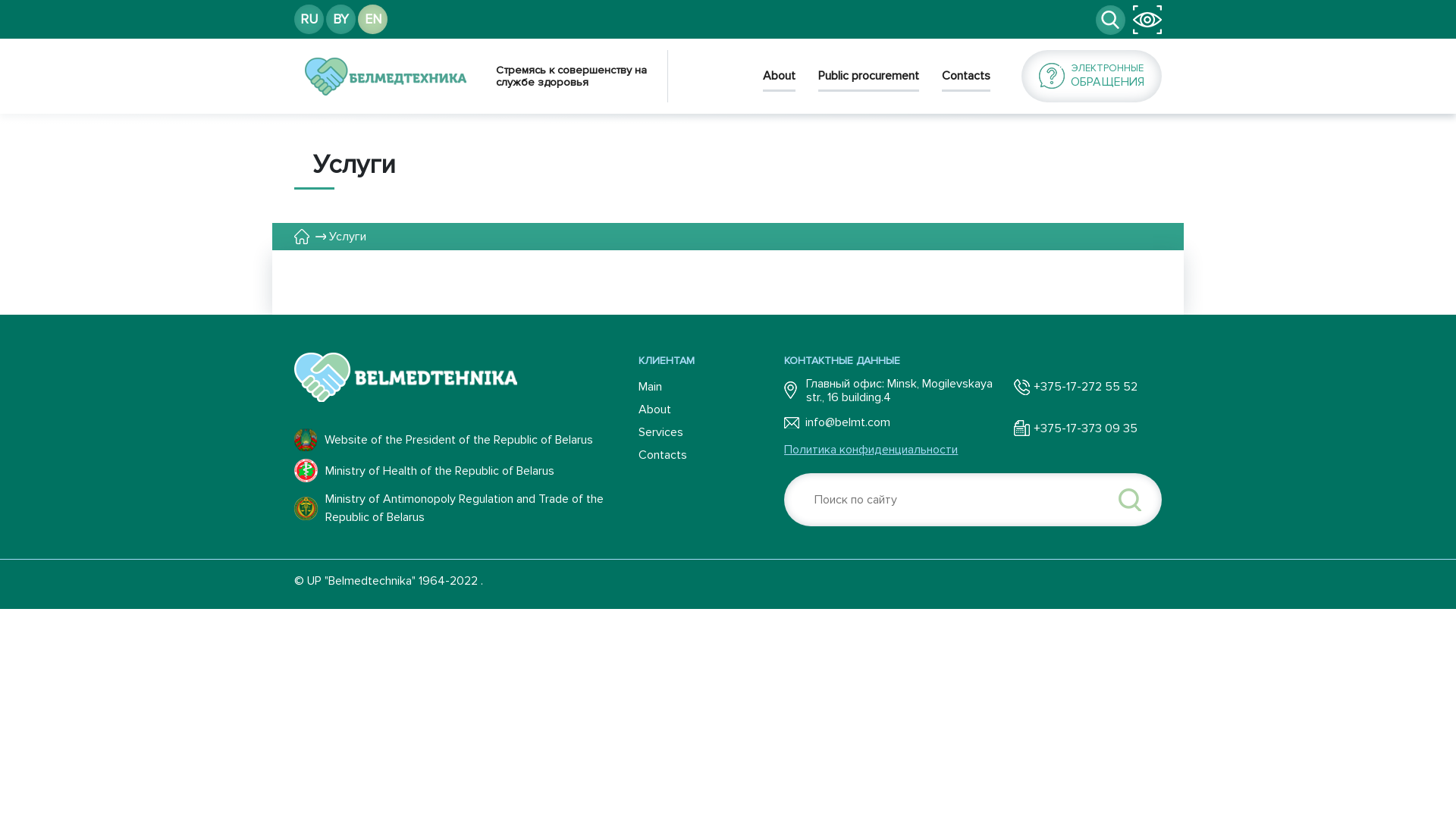  What do you see at coordinates (1014, 428) in the screenshot?
I see `'+375-17-373 09 35'` at bounding box center [1014, 428].